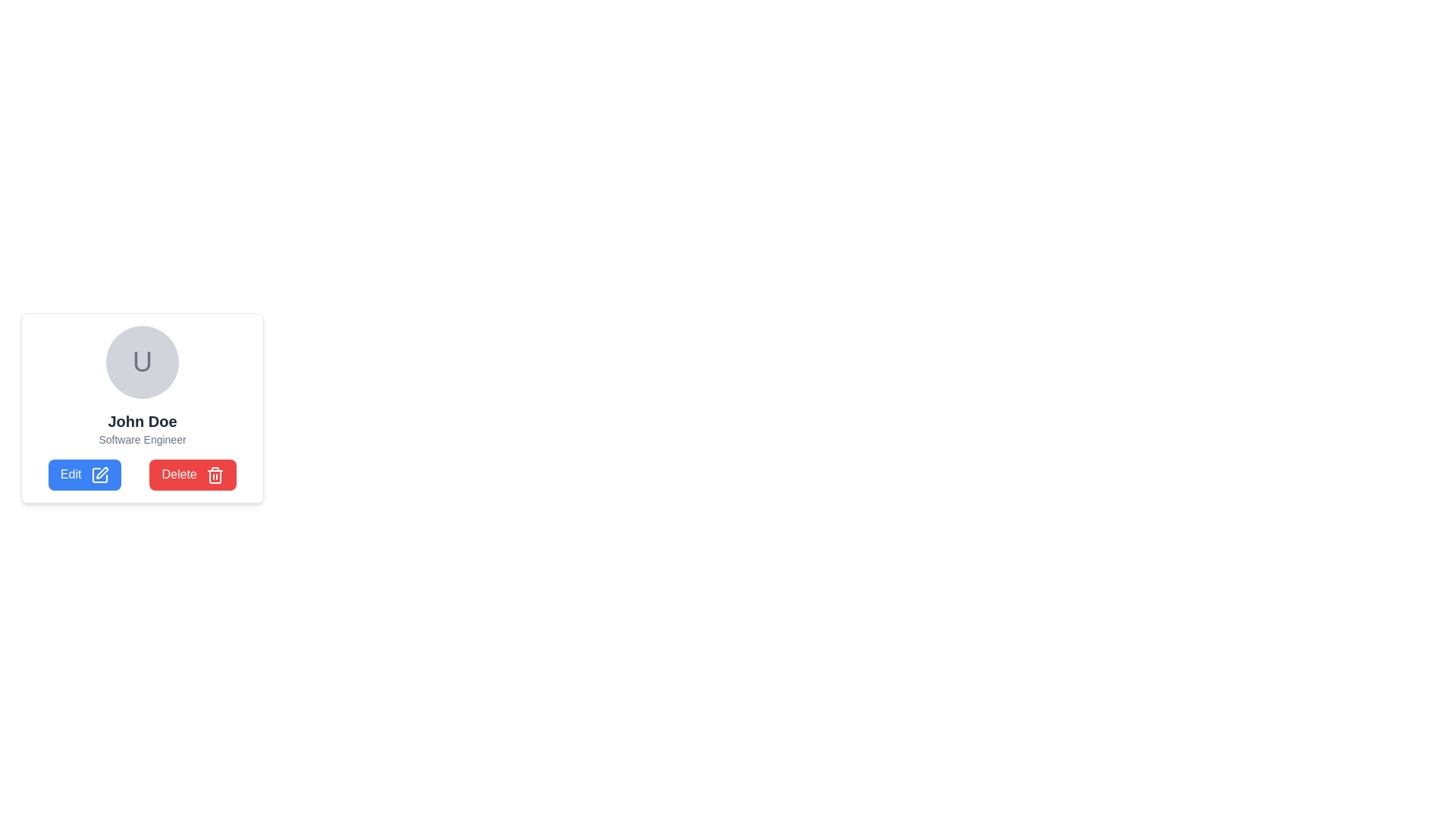  I want to click on text label displaying 'John Doe', which is positioned prominently below a circular avatar and above the text 'Software Engineer', so click(142, 421).